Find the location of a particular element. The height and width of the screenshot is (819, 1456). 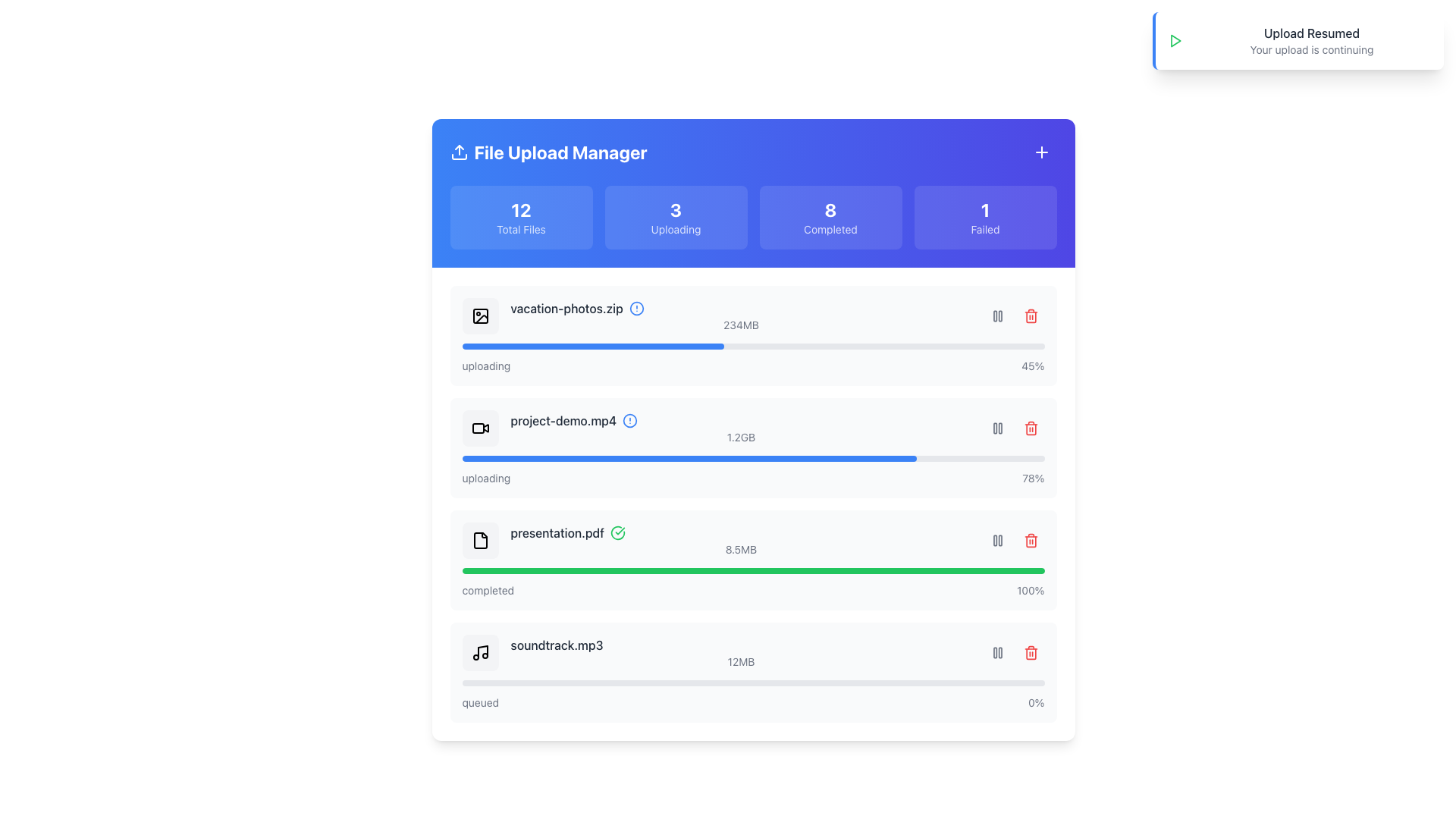

the horizontal progress bar with a gray background and blue filled section, corresponding to the file 'soundtrack.mp3', located at the bottom of the list is located at coordinates (753, 683).